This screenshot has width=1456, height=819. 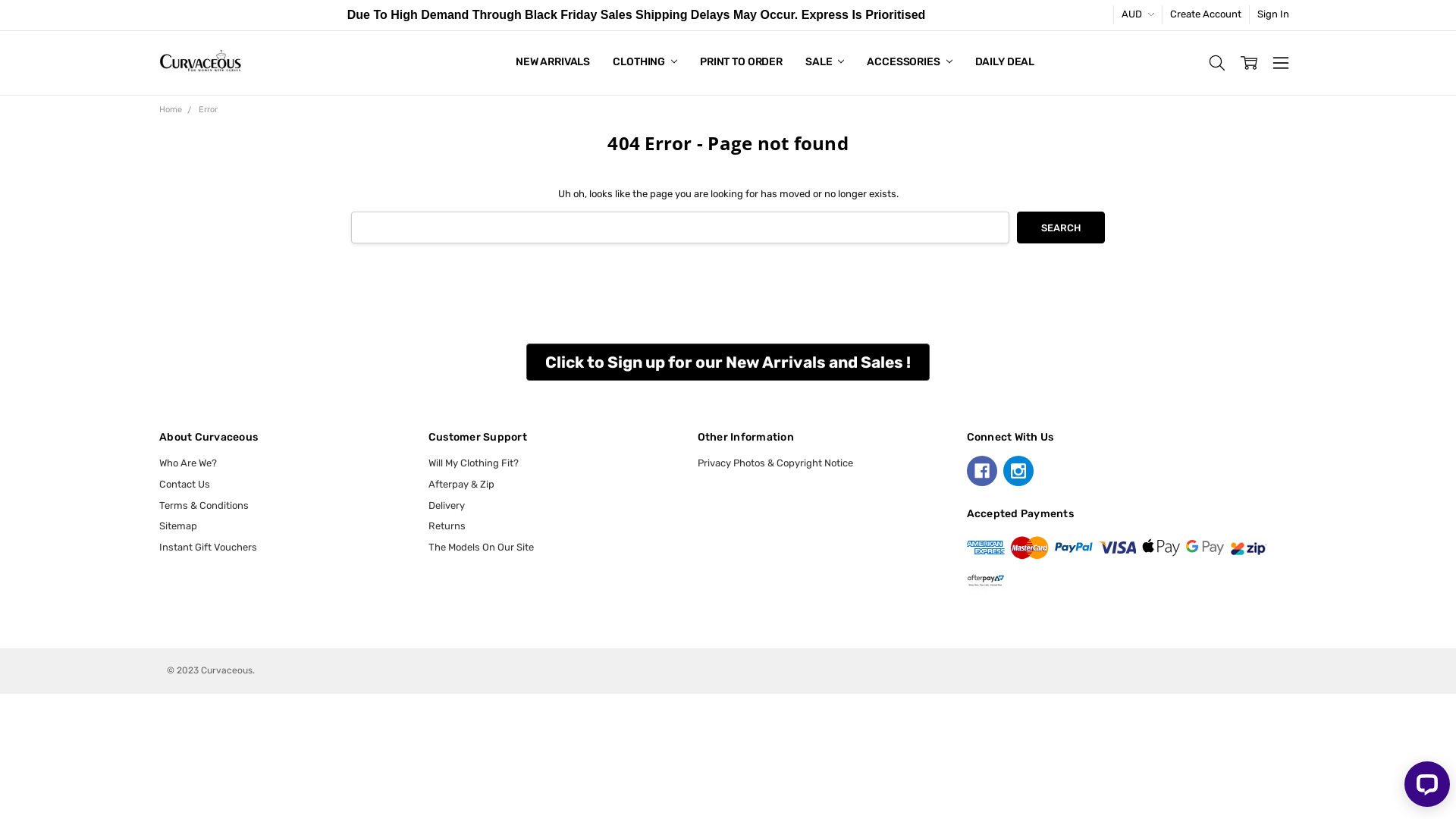 I want to click on 'Delivery', so click(x=428, y=505).